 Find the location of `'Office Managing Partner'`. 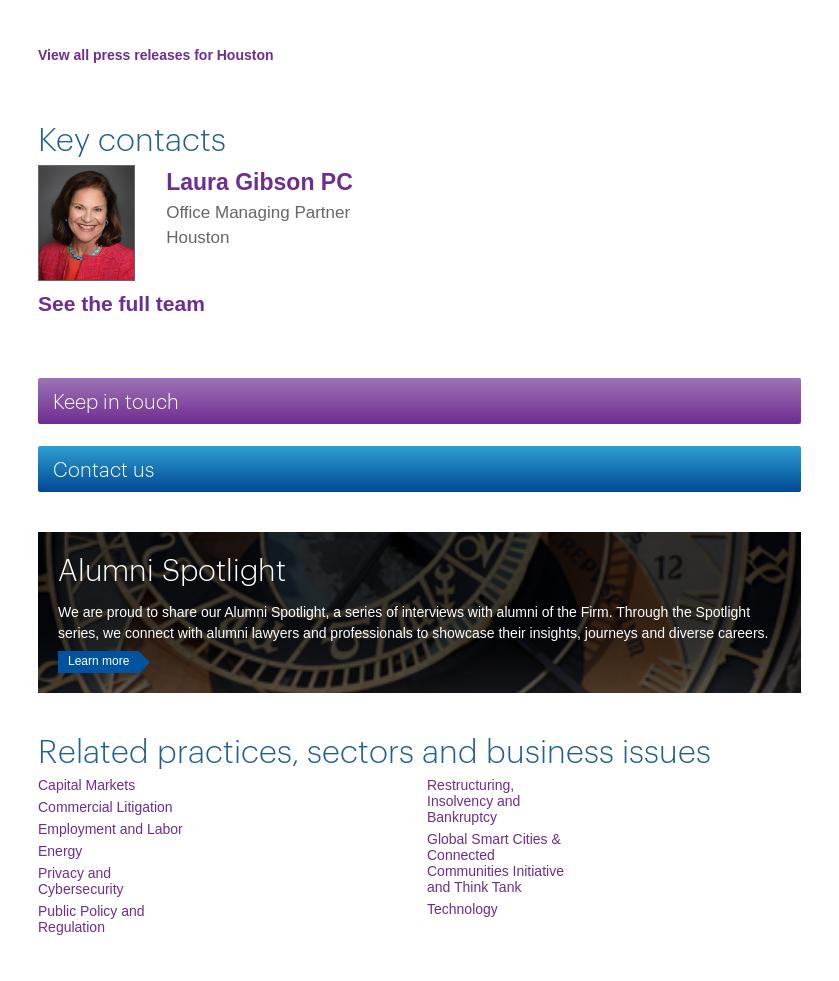

'Office Managing Partner' is located at coordinates (257, 210).